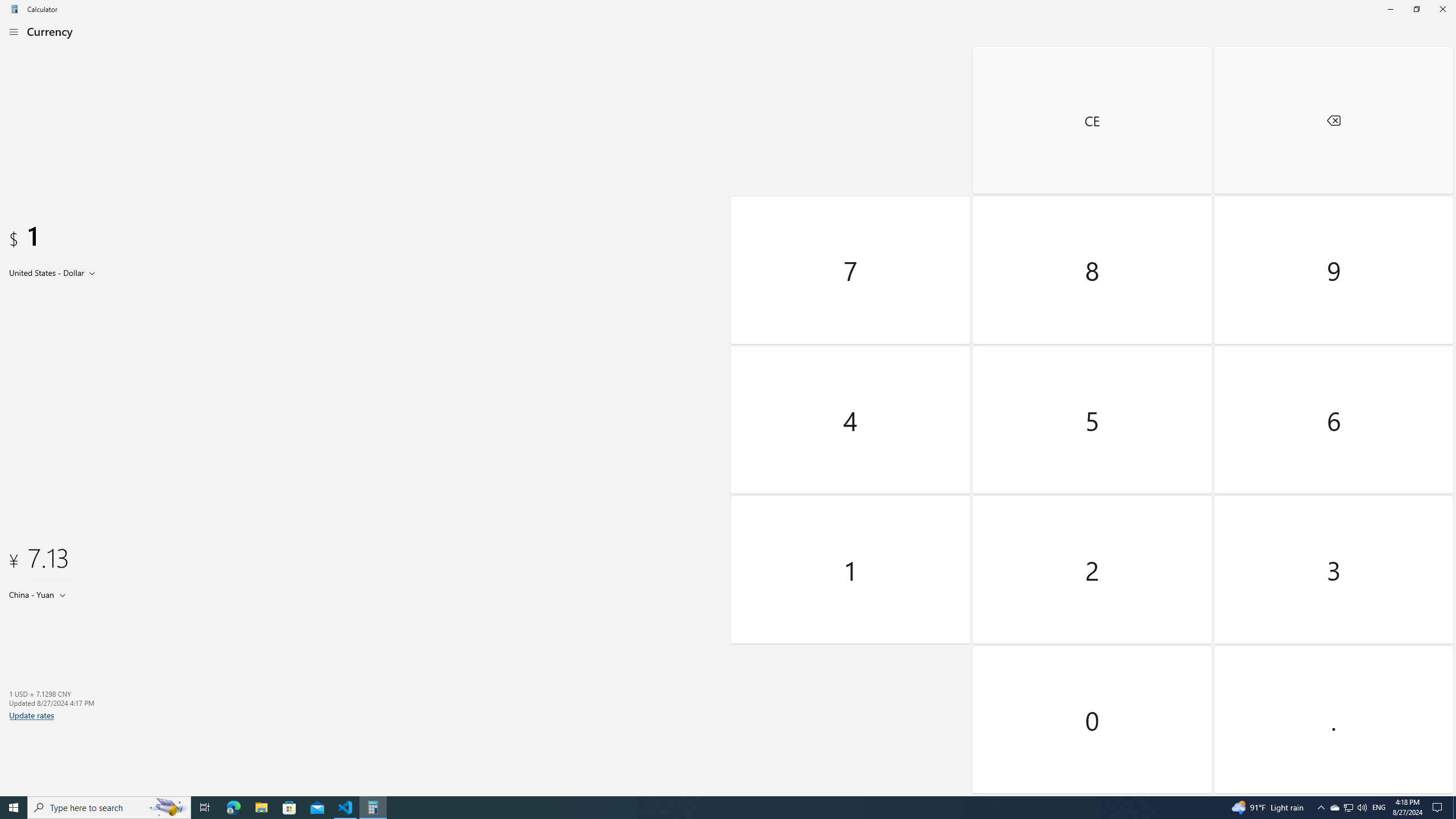  Describe the element at coordinates (1333, 270) in the screenshot. I see `'Nine'` at that location.